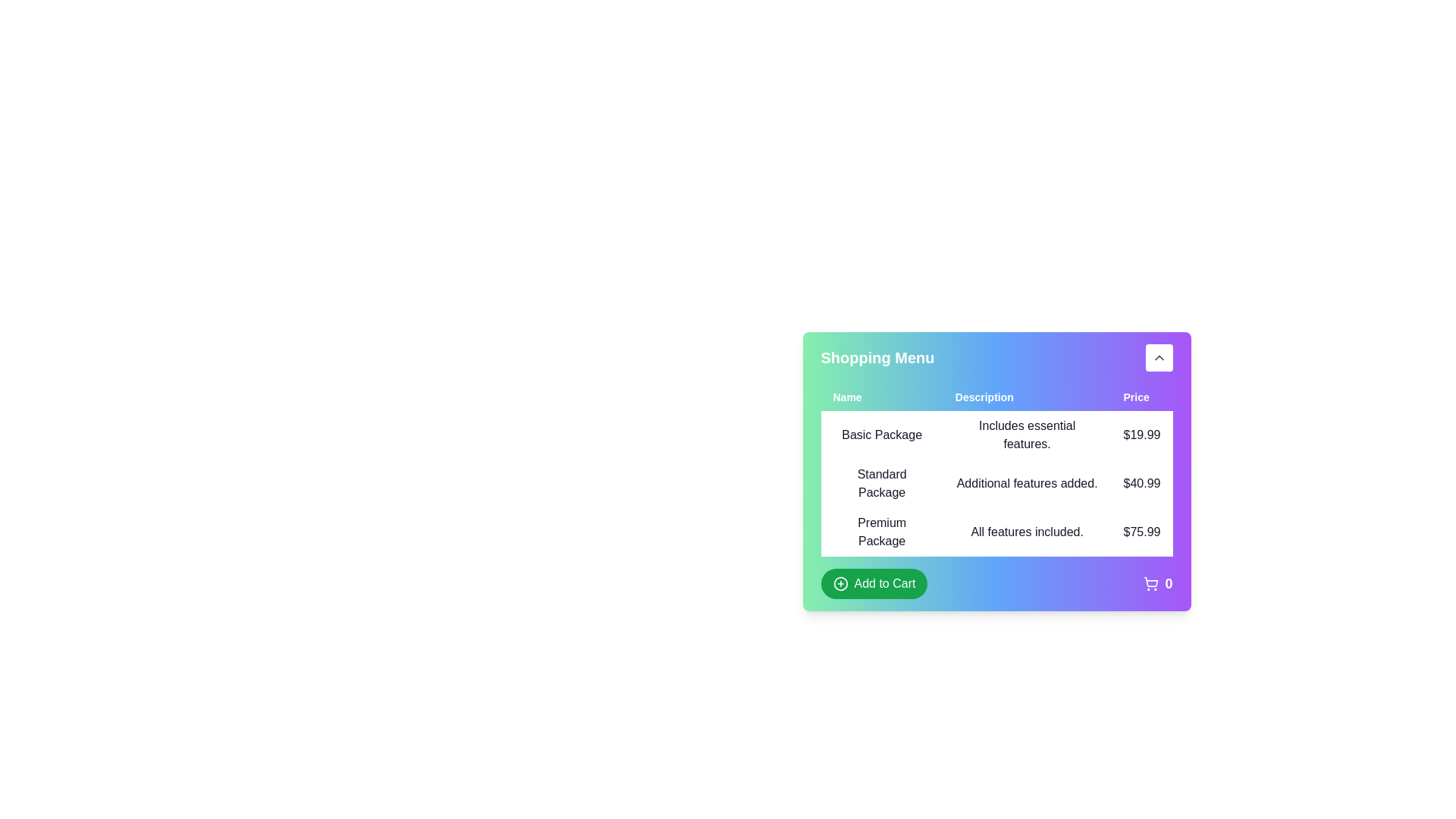 This screenshot has height=819, width=1456. What do you see at coordinates (996, 397) in the screenshot?
I see `the table header row, which labels the columns 'Name', 'Description', and 'Price', to use it as a guide for understanding the table data below` at bounding box center [996, 397].